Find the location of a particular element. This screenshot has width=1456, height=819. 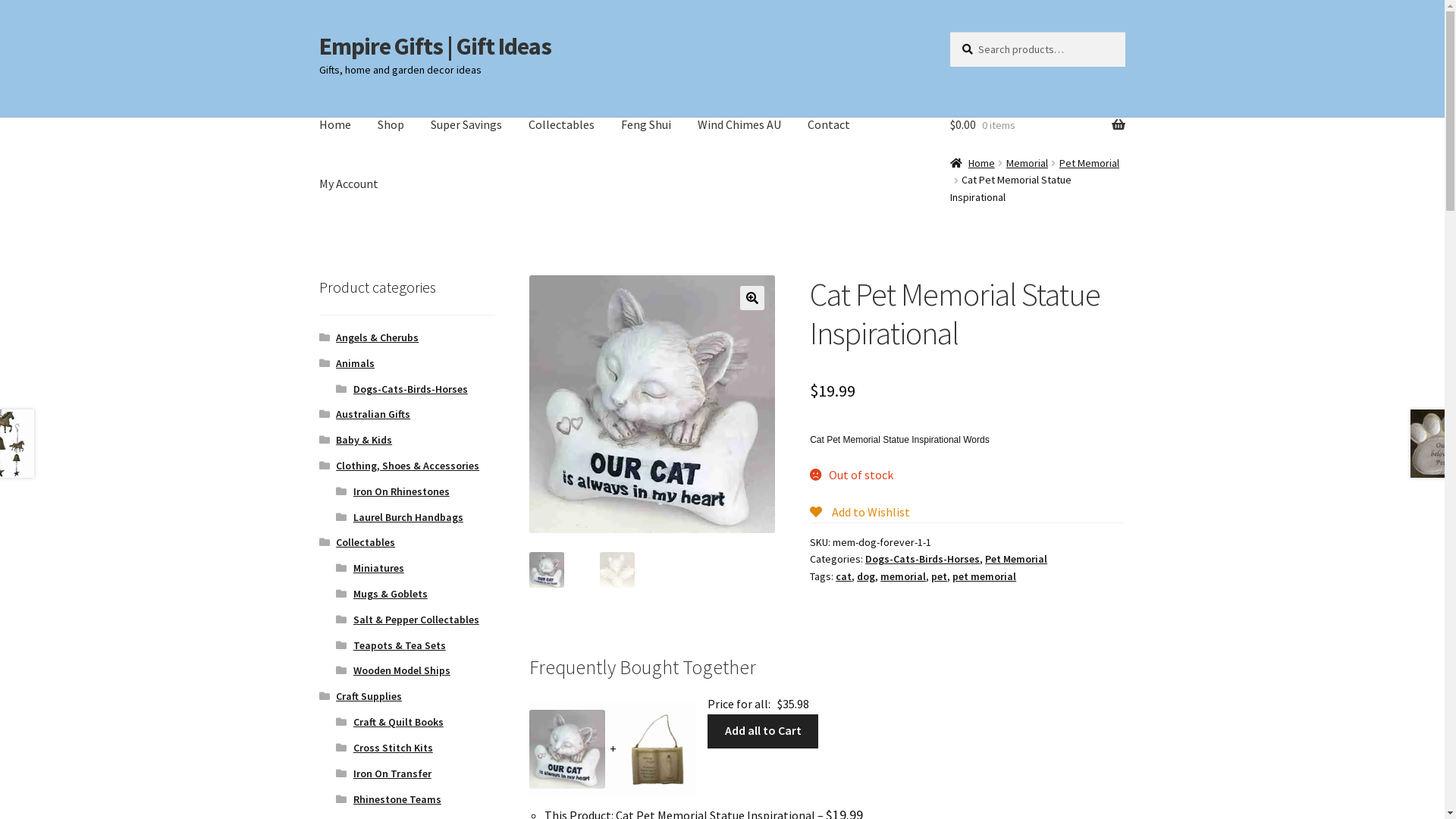

'Add to Wishlist' is located at coordinates (859, 512).